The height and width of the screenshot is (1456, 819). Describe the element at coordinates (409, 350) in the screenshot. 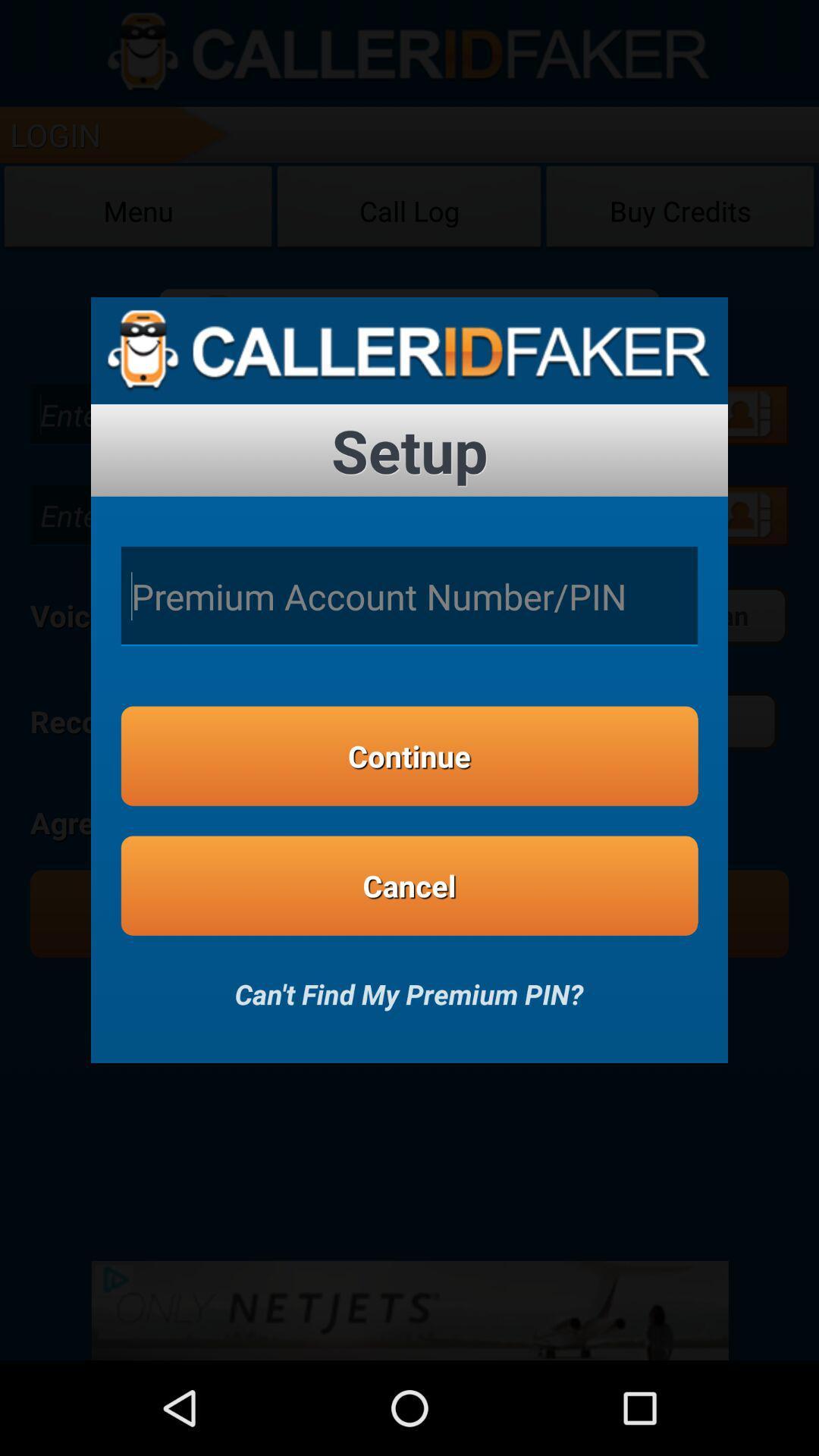

I see `the item above setup icon` at that location.